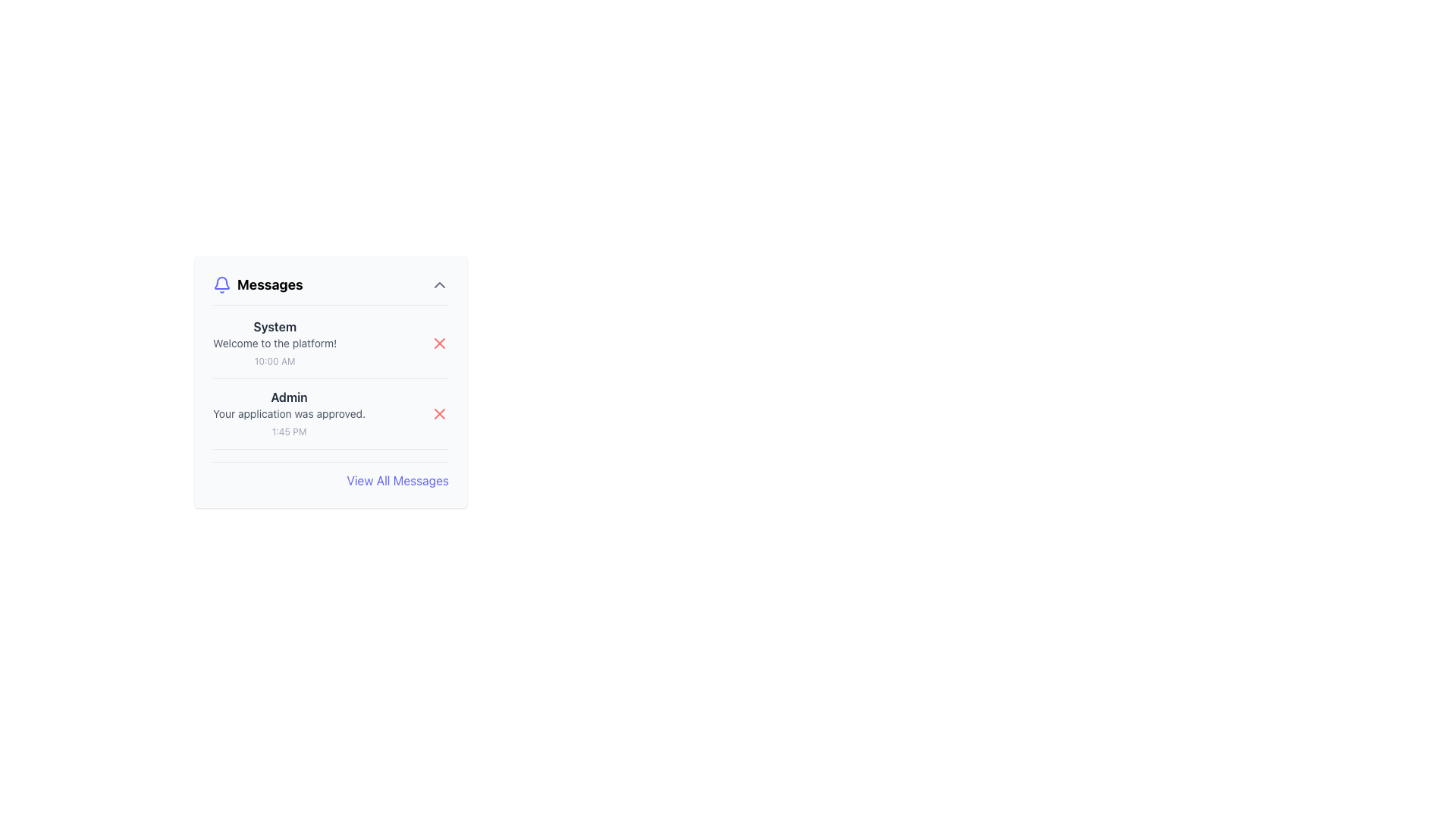 This screenshot has width=1456, height=819. What do you see at coordinates (289, 431) in the screenshot?
I see `timestamp displayed in the static text component located at the bottom-right corner of the message notification from 'Admin', below the message content 'Your application was approved.'` at bounding box center [289, 431].